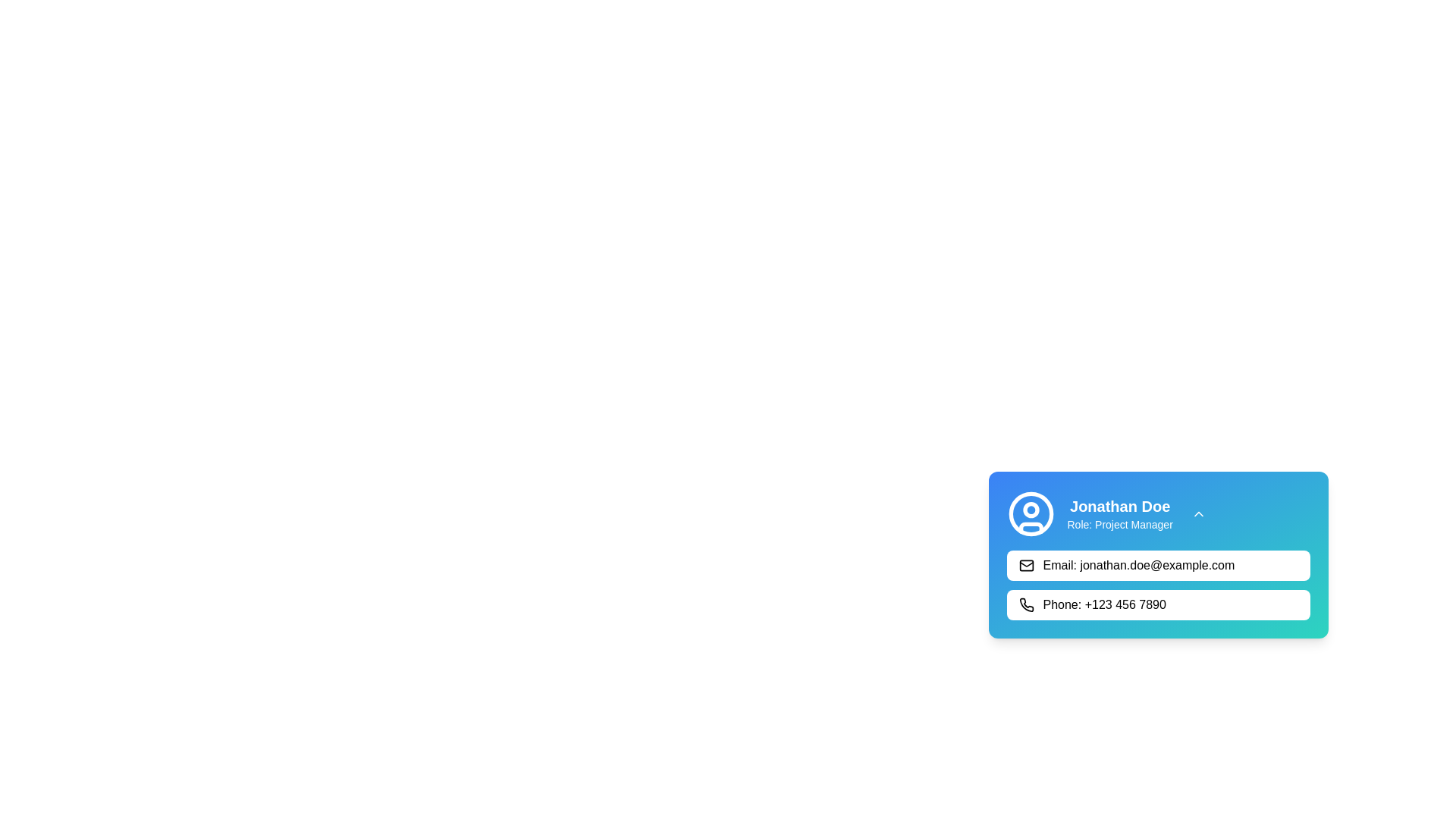 The width and height of the screenshot is (1456, 819). Describe the element at coordinates (1120, 523) in the screenshot. I see `text label displaying 'Role: Project Manager' located below the name 'Jonathan Doe' within the user profile card` at that location.